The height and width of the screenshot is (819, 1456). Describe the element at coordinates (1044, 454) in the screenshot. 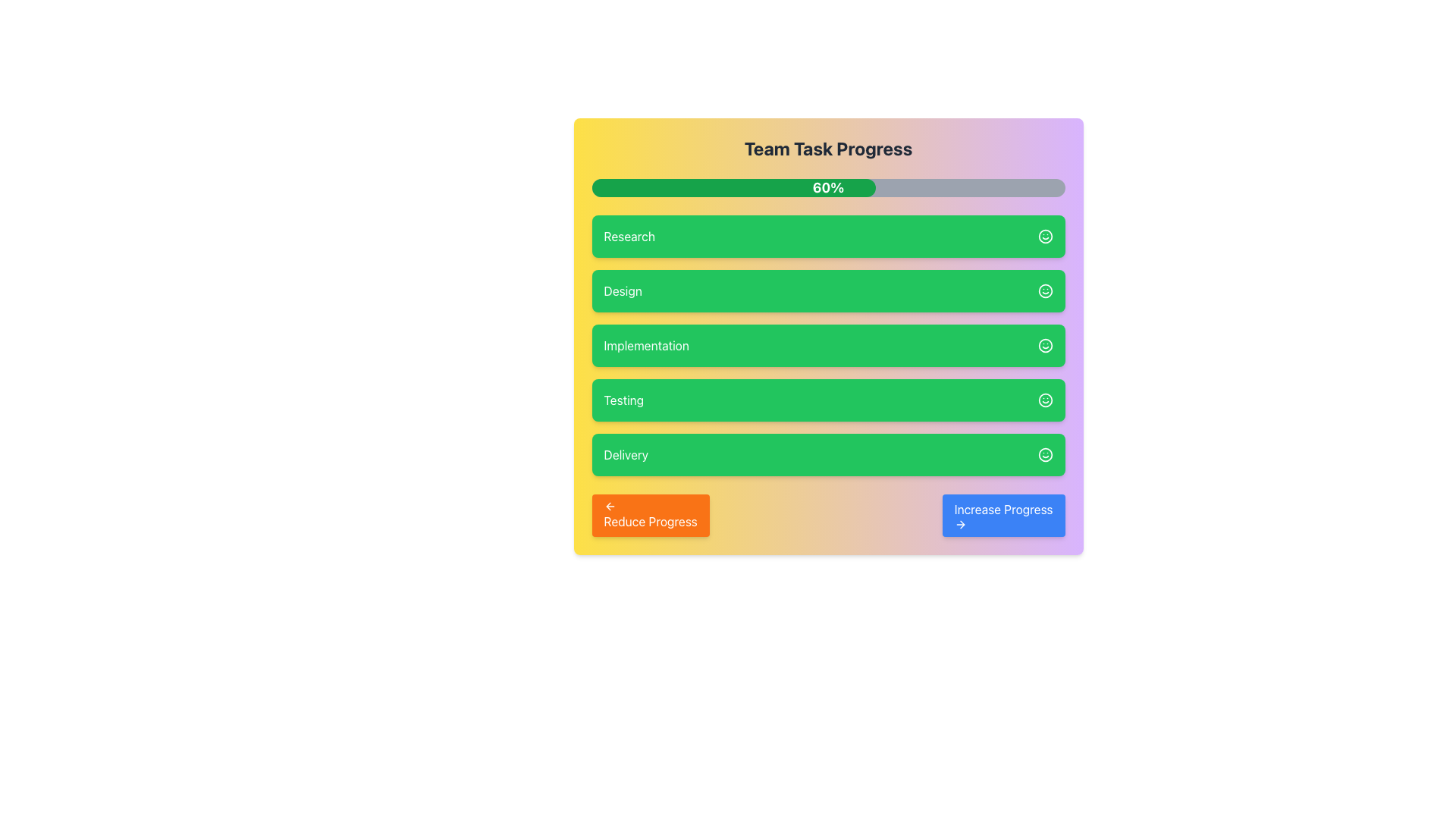

I see `the last smiley face icon in the 'Delivery' task segment, which is styled with a green fill and located towards the rightmost side of the segment` at that location.